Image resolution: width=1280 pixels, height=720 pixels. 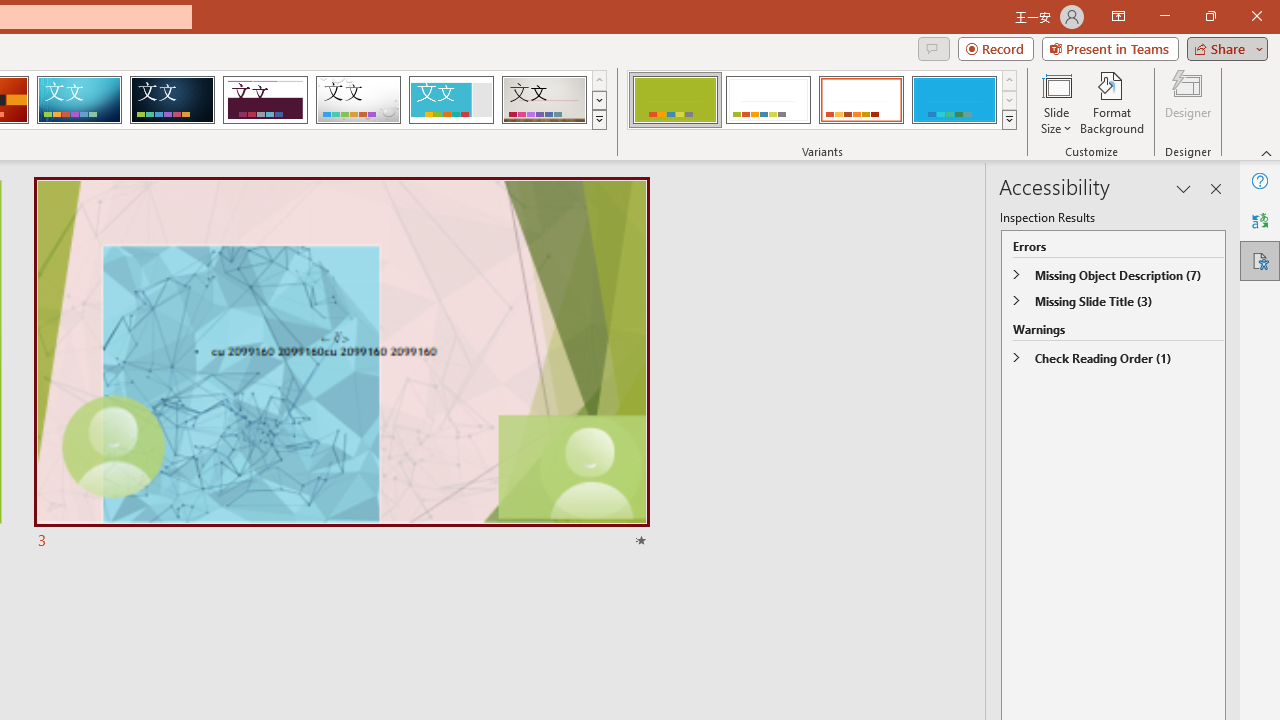 What do you see at coordinates (450, 100) in the screenshot?
I see `'Frame'` at bounding box center [450, 100].